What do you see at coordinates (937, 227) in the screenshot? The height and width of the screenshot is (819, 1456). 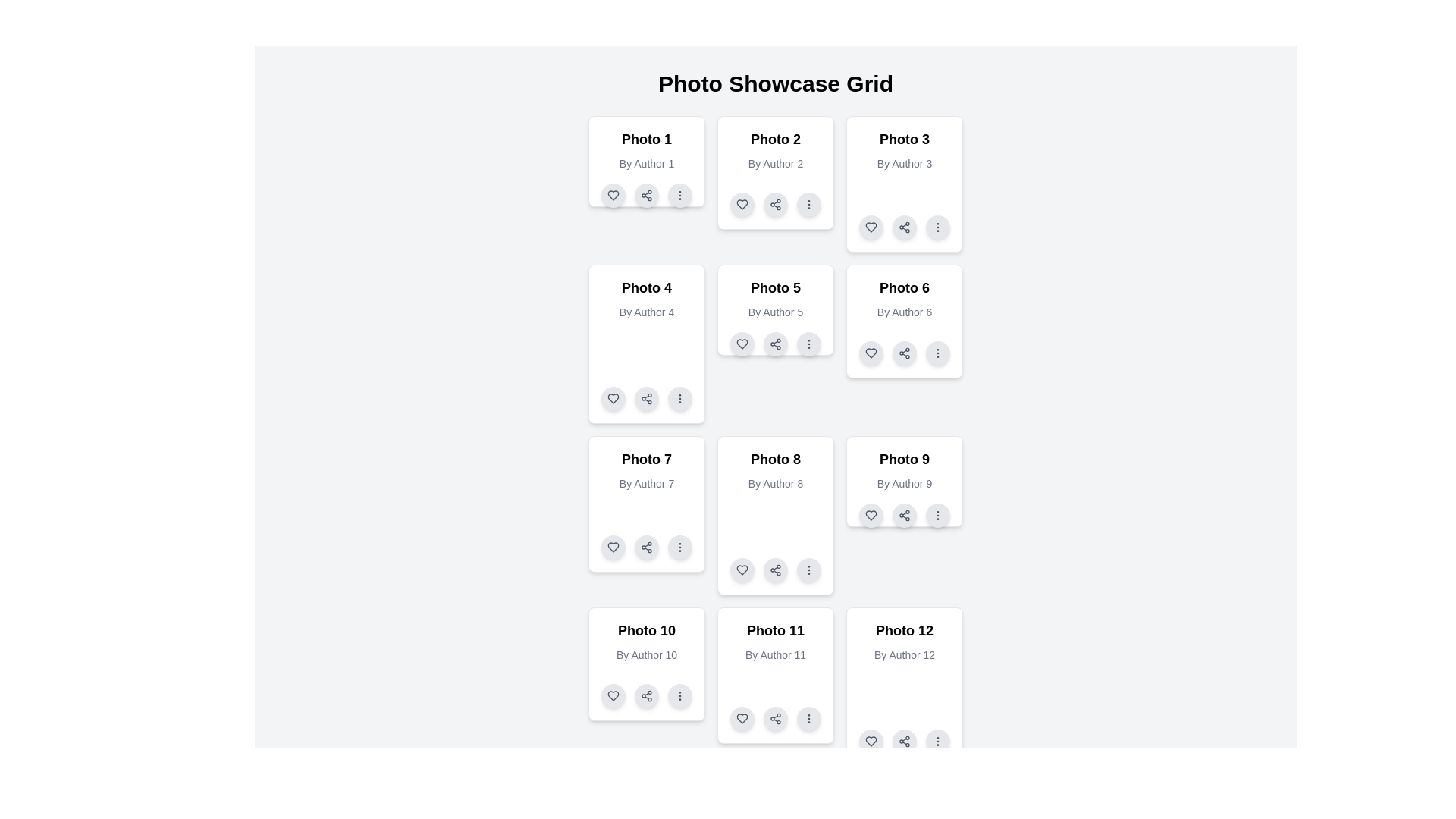 I see `the 'ellipsis vertical' icon located in the upper-right corner of the 'Photo 3' card` at bounding box center [937, 227].